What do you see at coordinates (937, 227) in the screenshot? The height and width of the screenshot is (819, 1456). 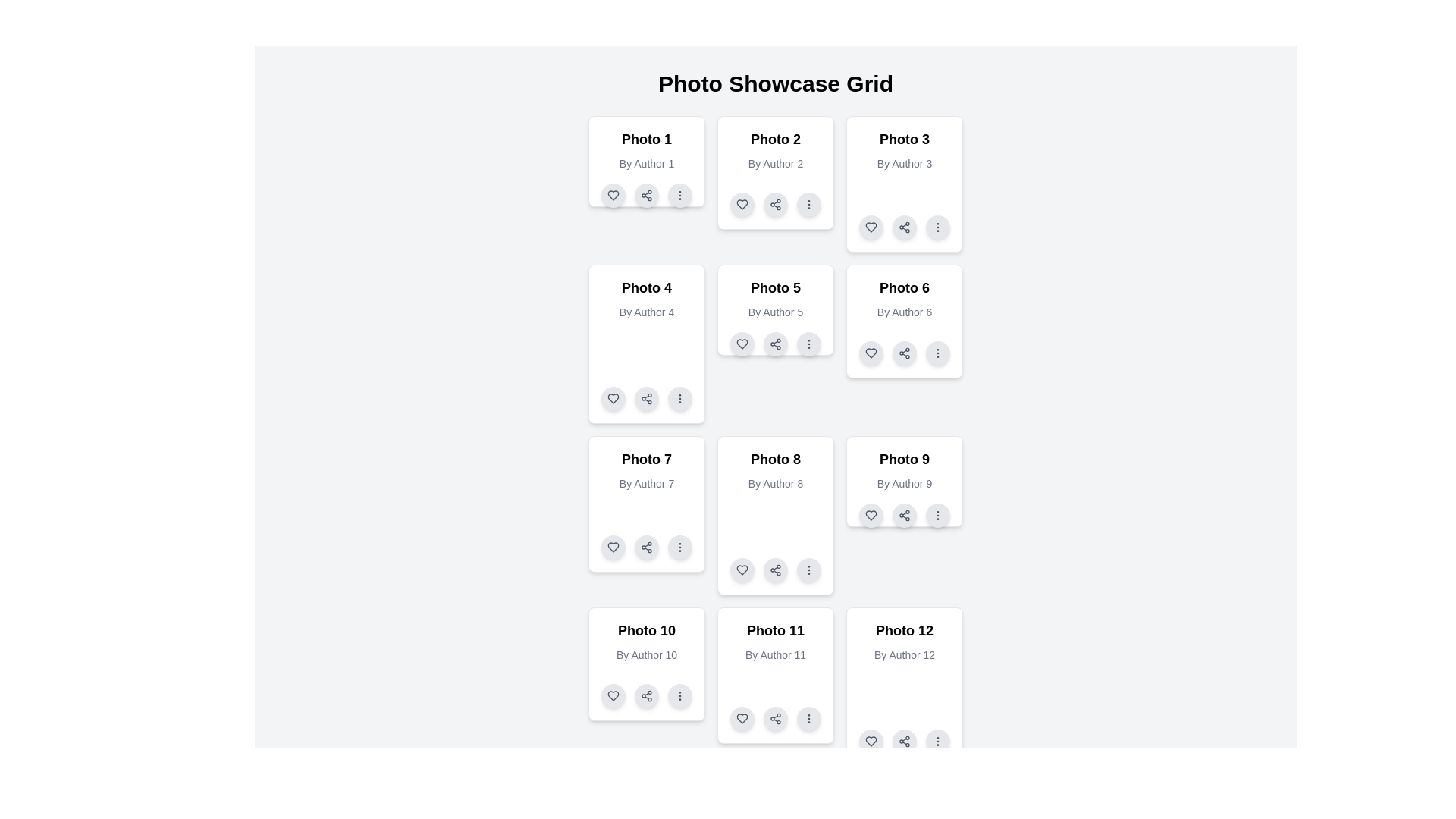 I see `the 'ellipsis vertical' icon located in the upper-right corner of the 'Photo 3' card` at bounding box center [937, 227].